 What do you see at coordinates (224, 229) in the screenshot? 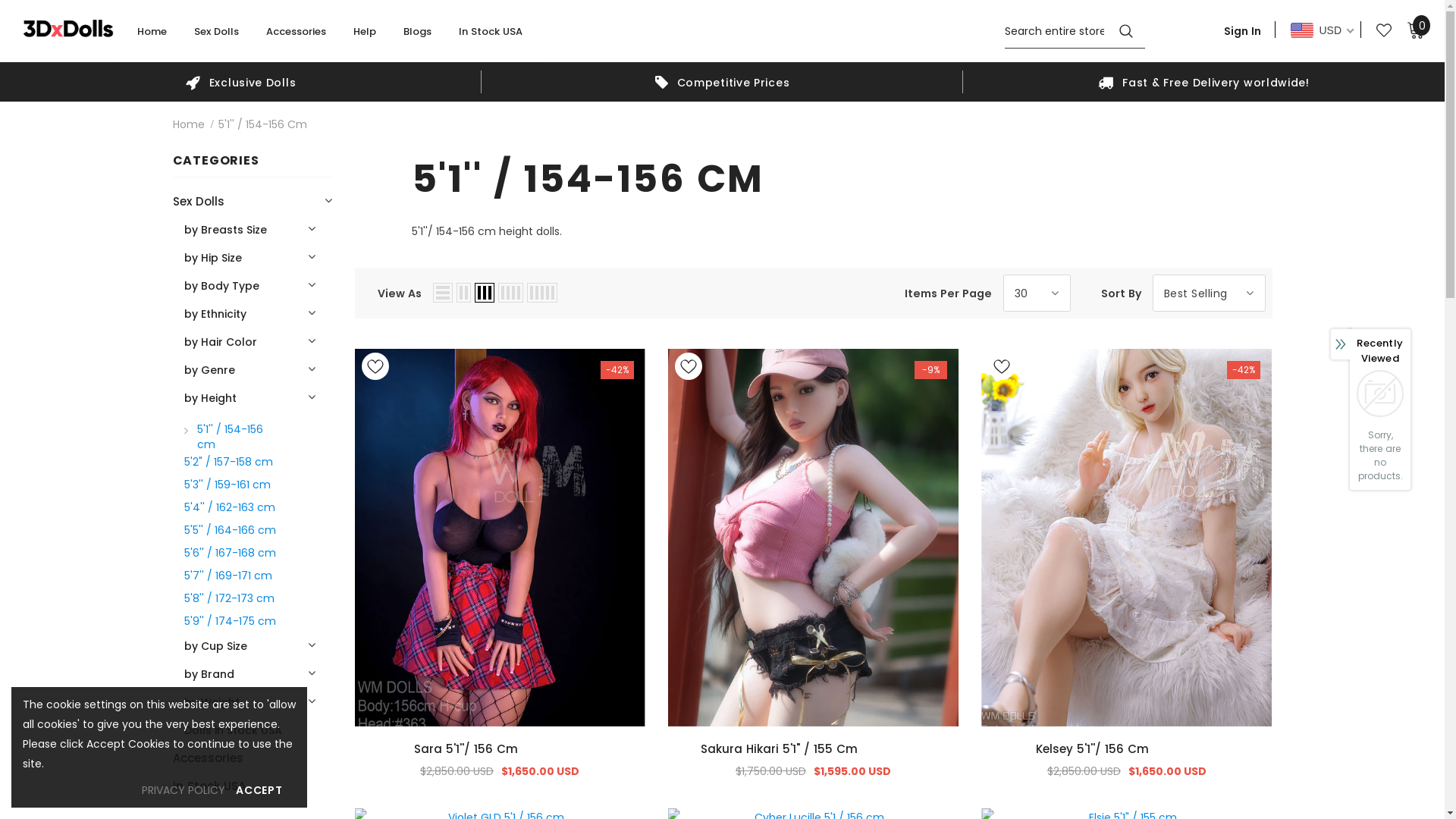
I see `'by Breasts Size'` at bounding box center [224, 229].